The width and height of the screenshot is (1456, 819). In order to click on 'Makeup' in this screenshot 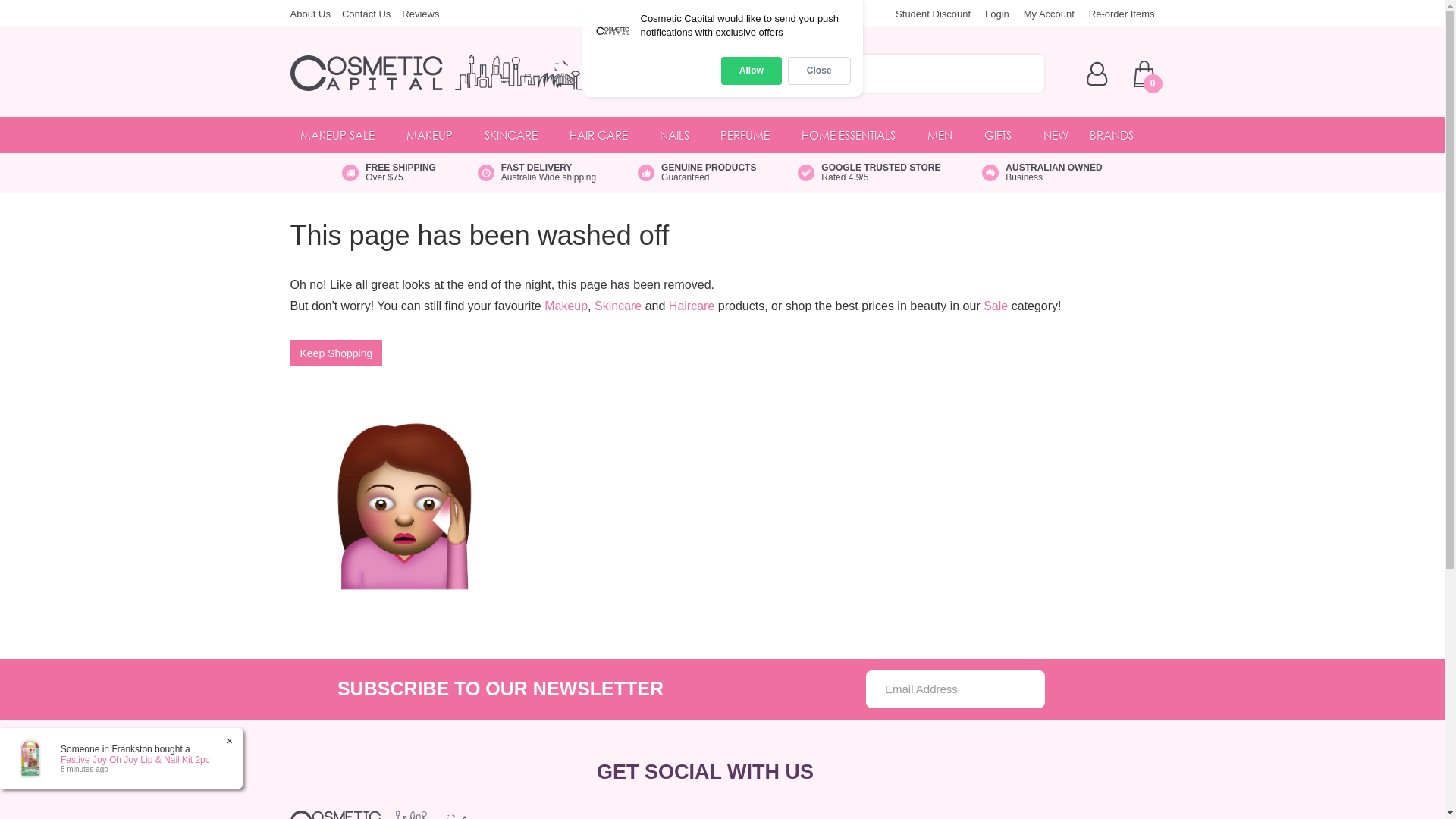, I will do `click(565, 306)`.